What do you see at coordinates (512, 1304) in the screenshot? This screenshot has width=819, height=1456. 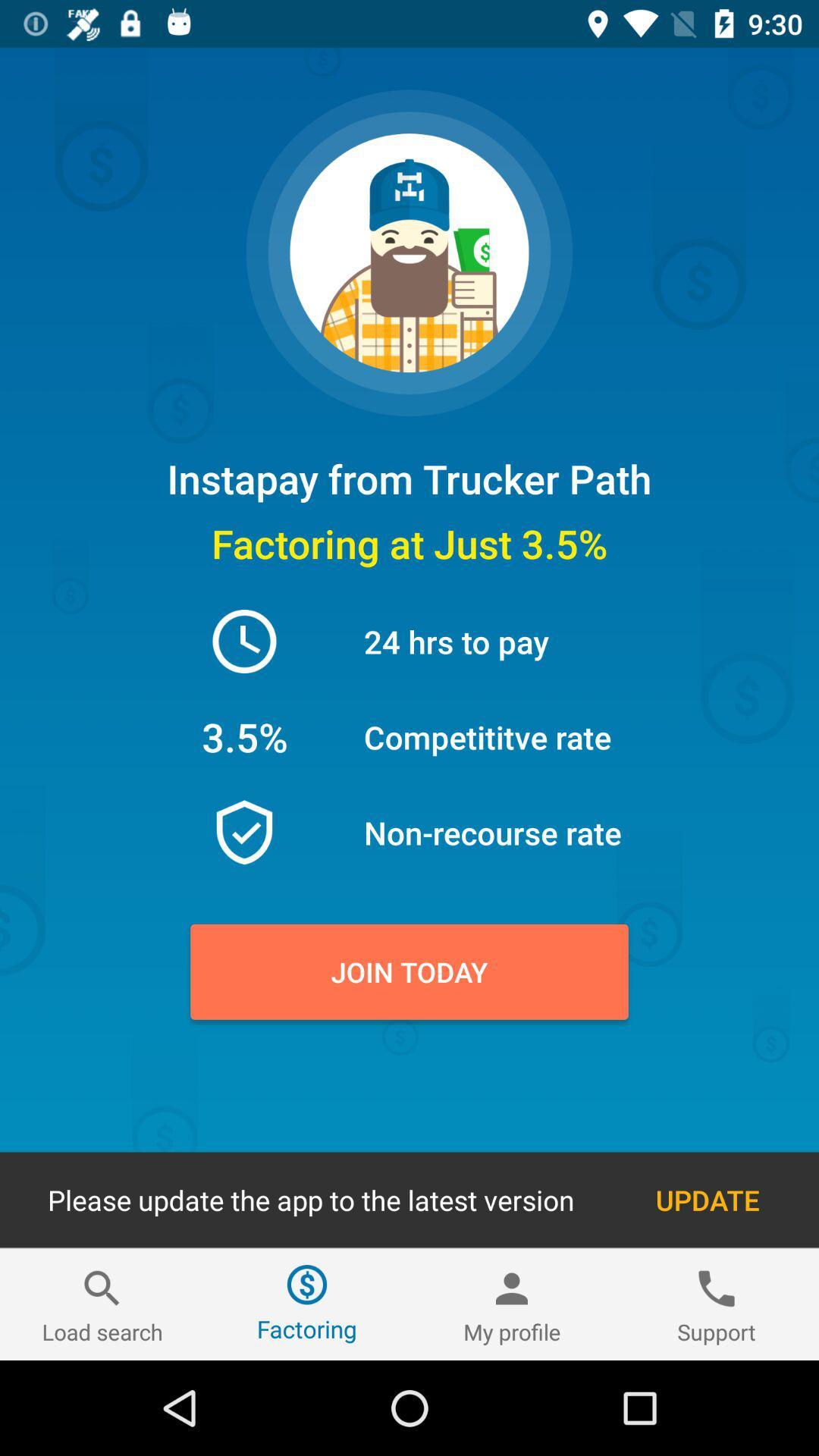 I see `the item to the right of the factoring item` at bounding box center [512, 1304].